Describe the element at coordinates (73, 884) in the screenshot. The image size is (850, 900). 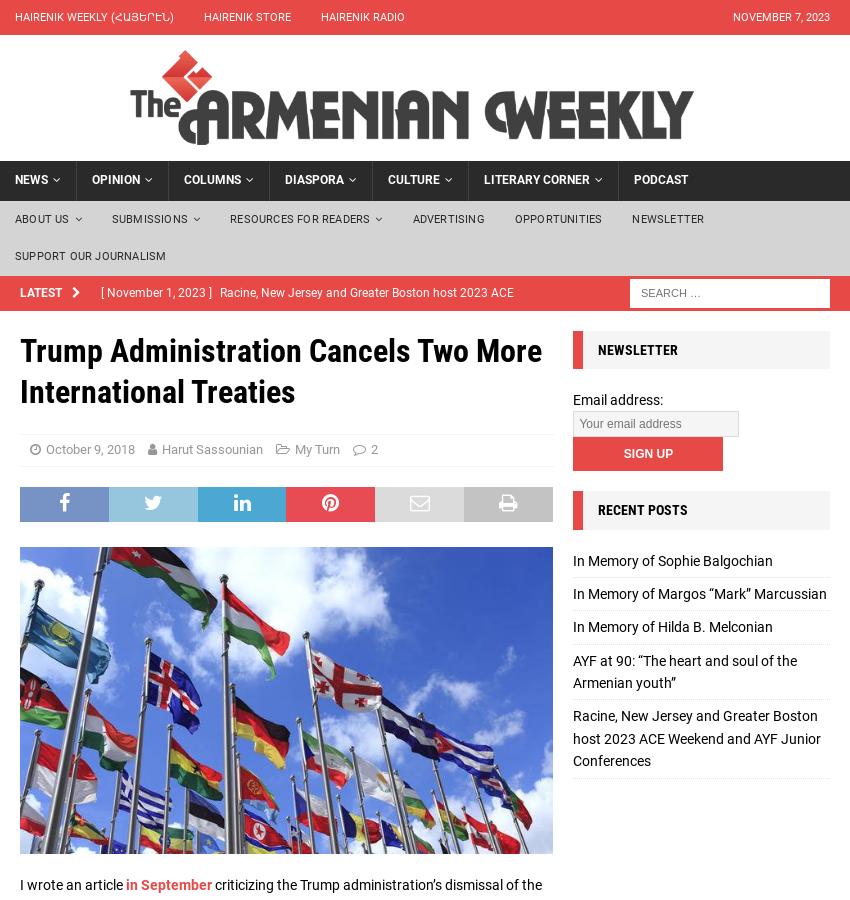
I see `'I wrote an article'` at that location.